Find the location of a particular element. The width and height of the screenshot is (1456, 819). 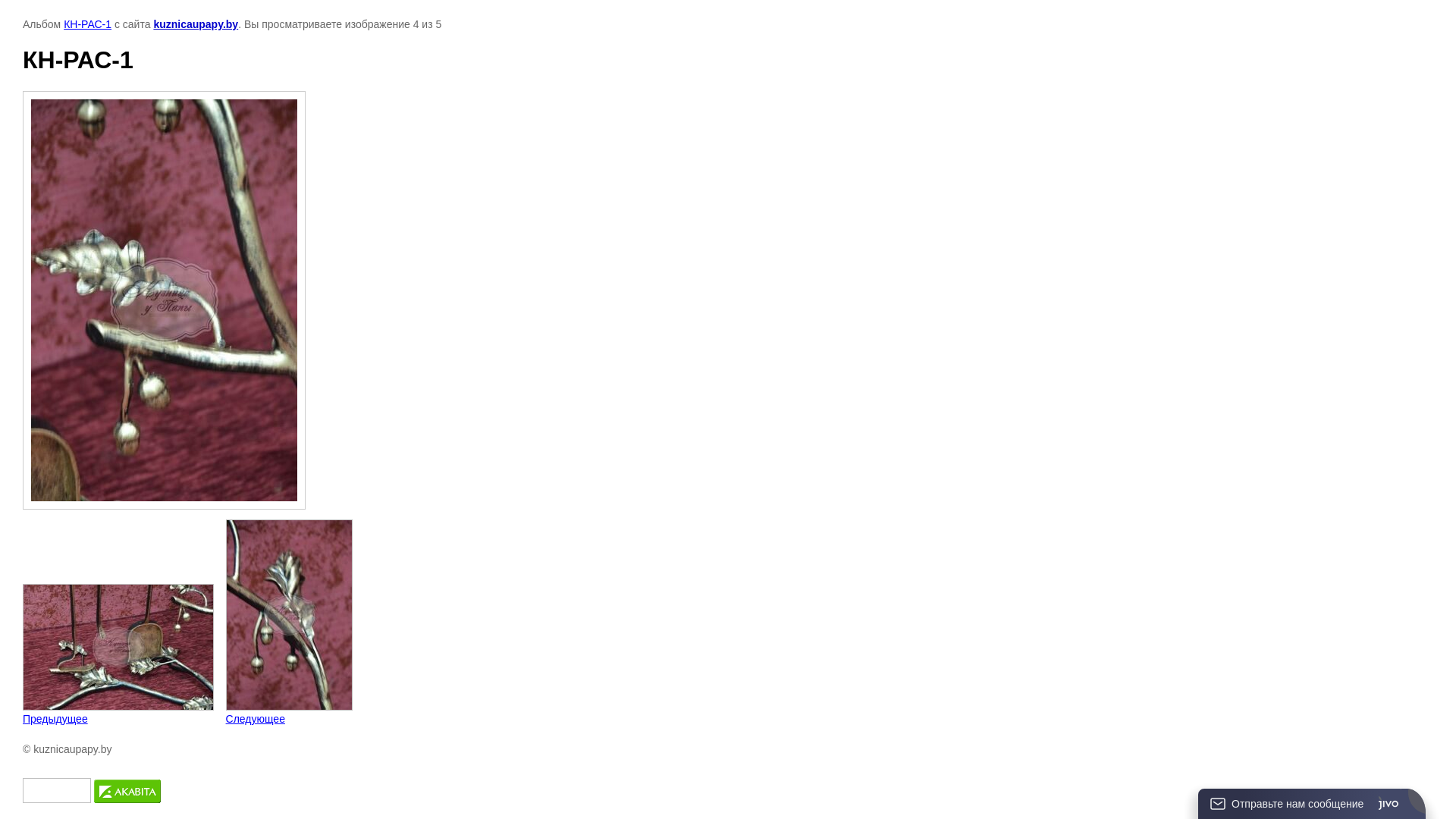

'kuznicaupapy.by' is located at coordinates (195, 24).